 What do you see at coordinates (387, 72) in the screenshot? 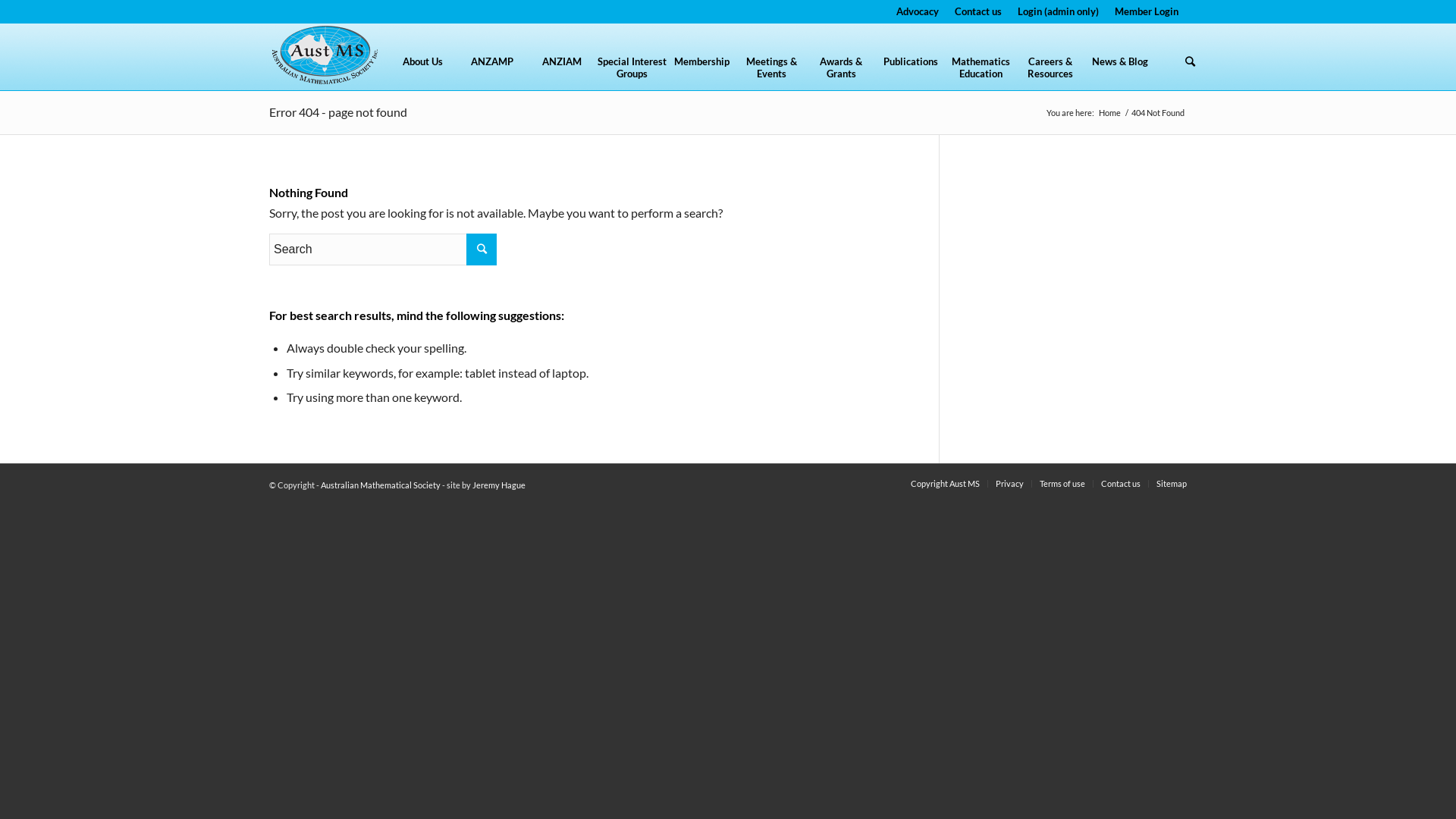
I see `'About Us'` at bounding box center [387, 72].